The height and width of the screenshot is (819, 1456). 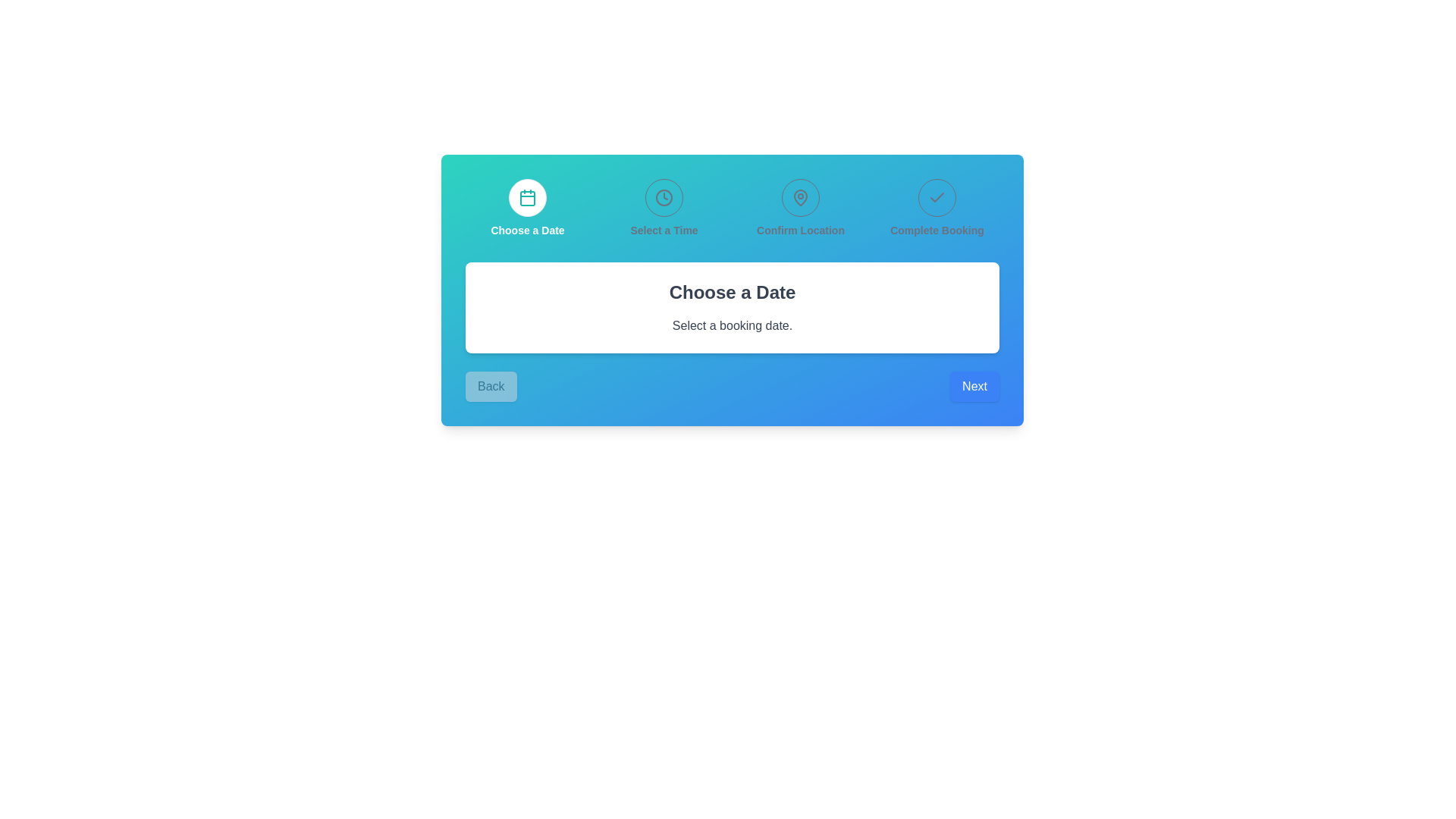 I want to click on the 'Complete Booking' text label, which is styled with a smaller font size and bold weight, located in the top-right section of the step navigation above the main content area, following 'Confirm Location', so click(x=936, y=231).